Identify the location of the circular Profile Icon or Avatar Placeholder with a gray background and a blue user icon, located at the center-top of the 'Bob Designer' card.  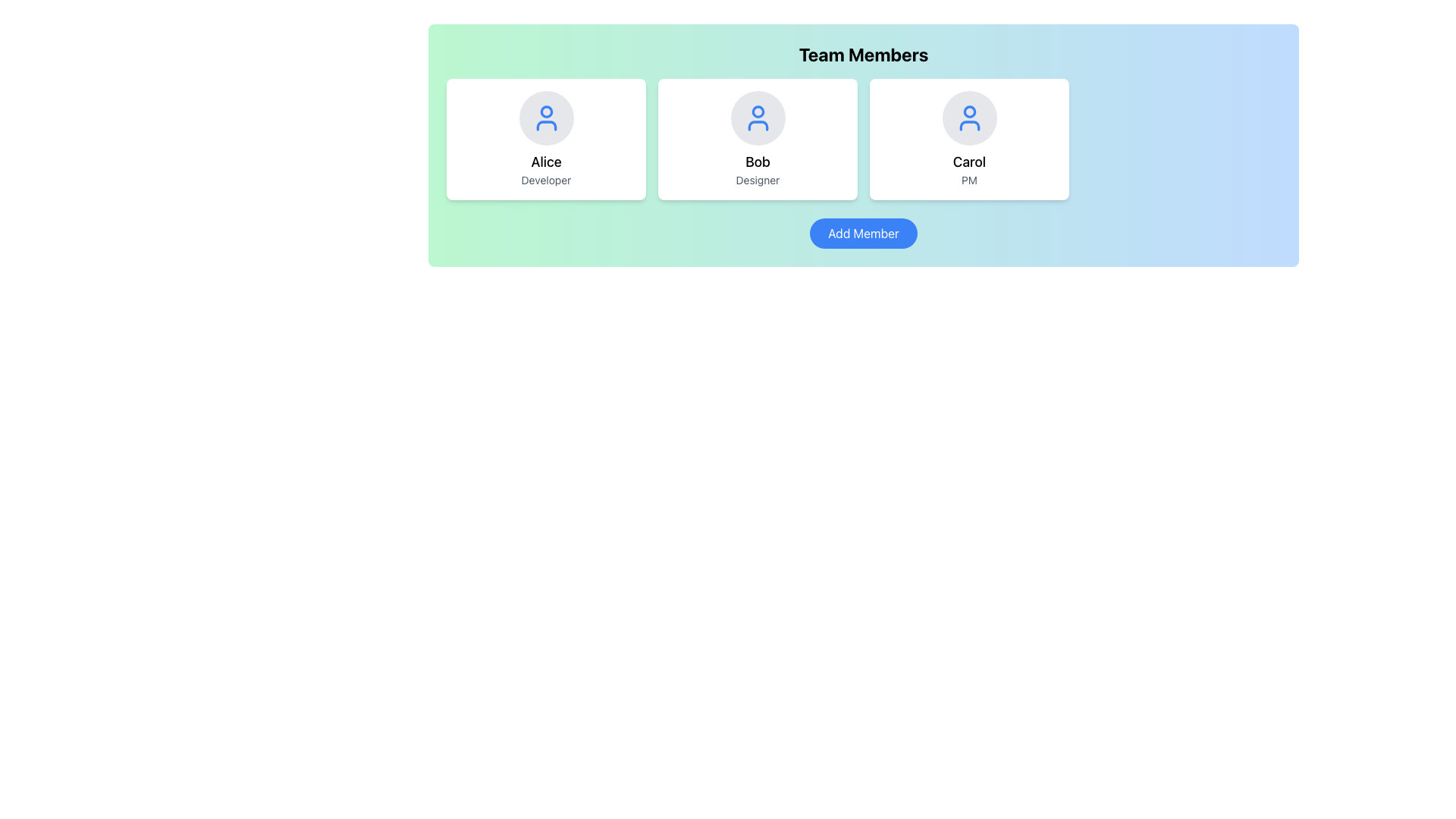
(758, 117).